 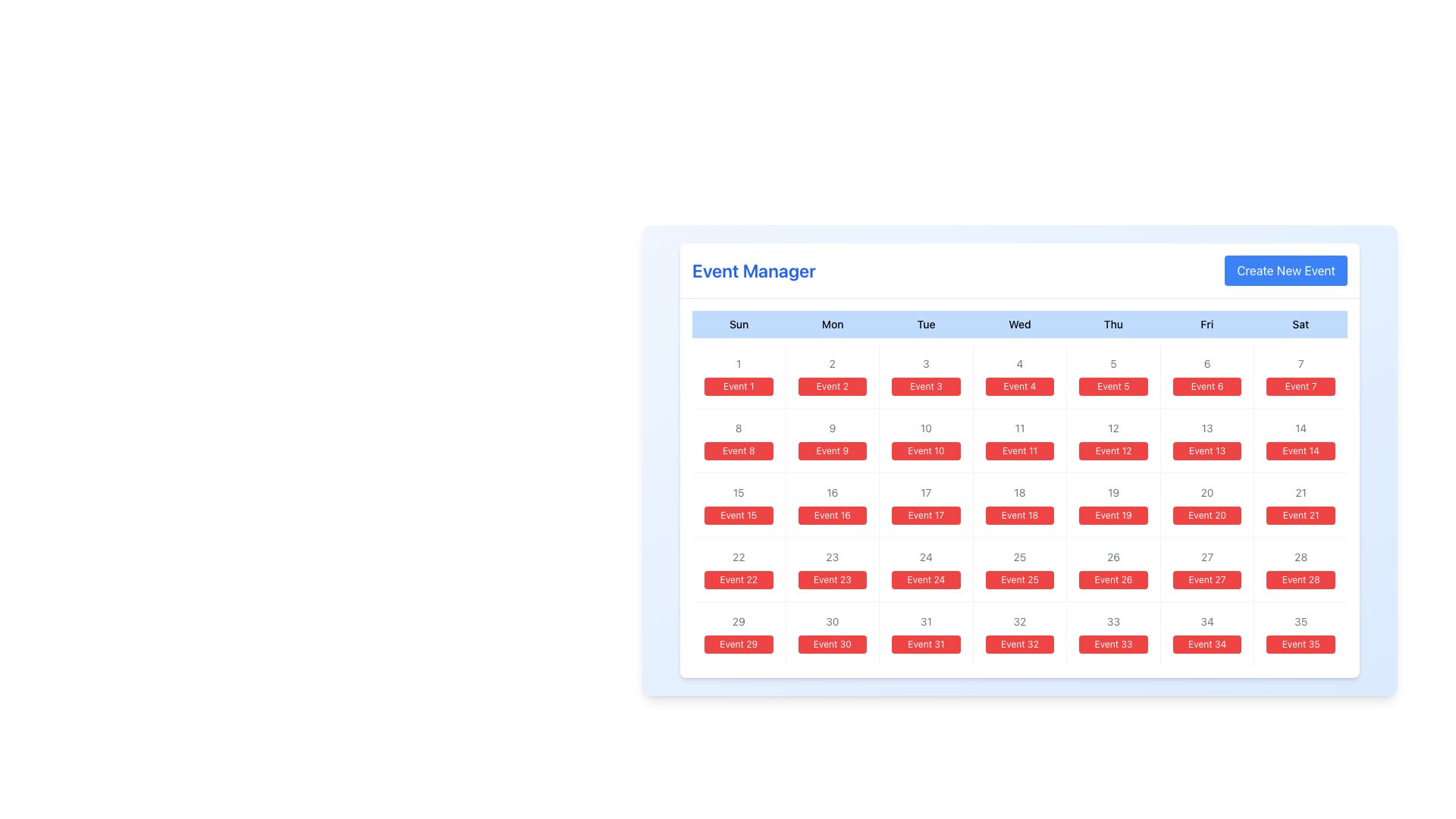 What do you see at coordinates (1207, 570) in the screenshot?
I see `the event element representing the scheduled event for the 27th day, located` at bounding box center [1207, 570].